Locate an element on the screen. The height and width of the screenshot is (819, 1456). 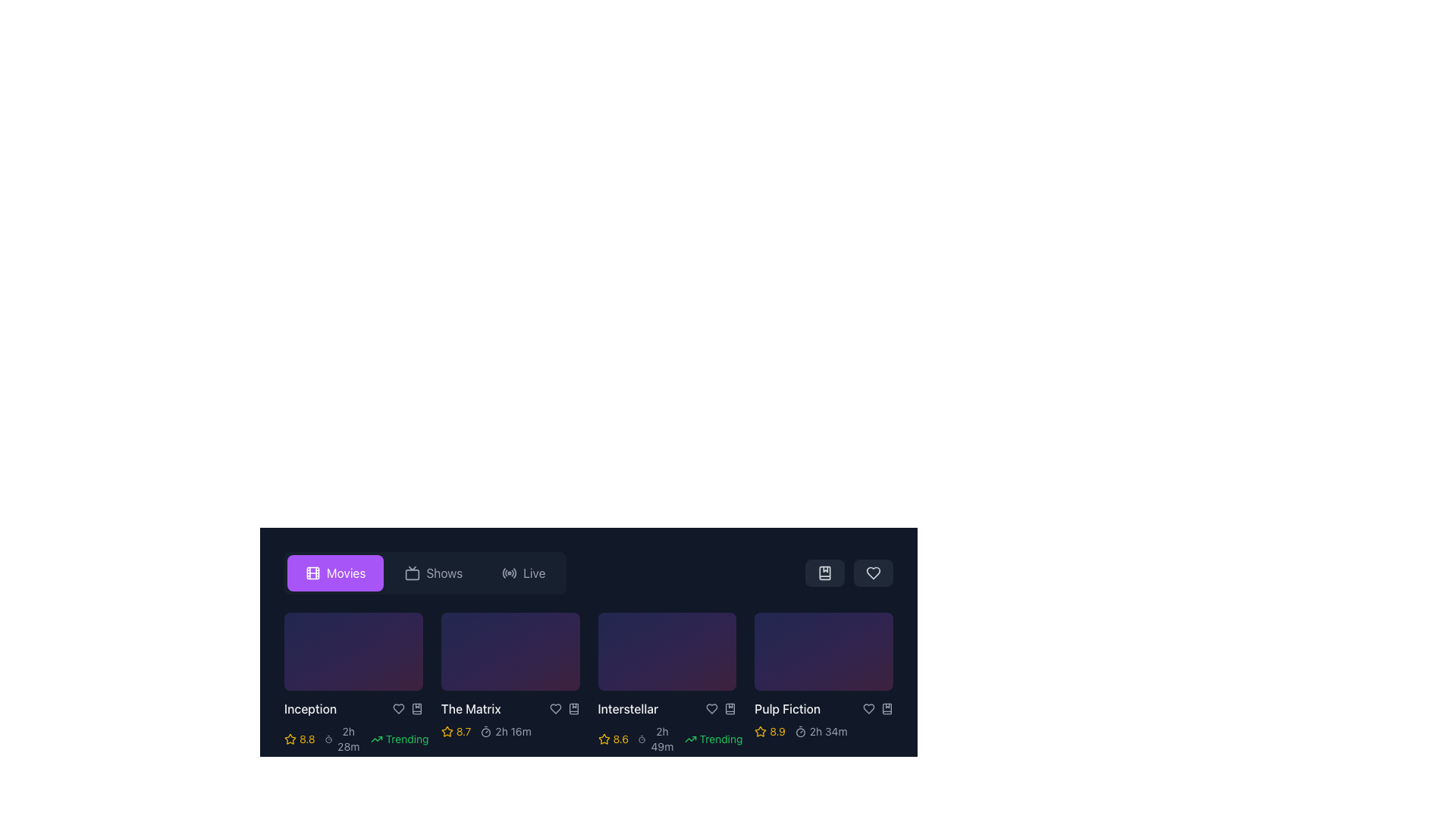
the third movie item card titled 'Interstellar', which has a gradient background and includes a rating of 8.6 and a 'Trending' label, located in a grid of movie cards is located at coordinates (667, 683).